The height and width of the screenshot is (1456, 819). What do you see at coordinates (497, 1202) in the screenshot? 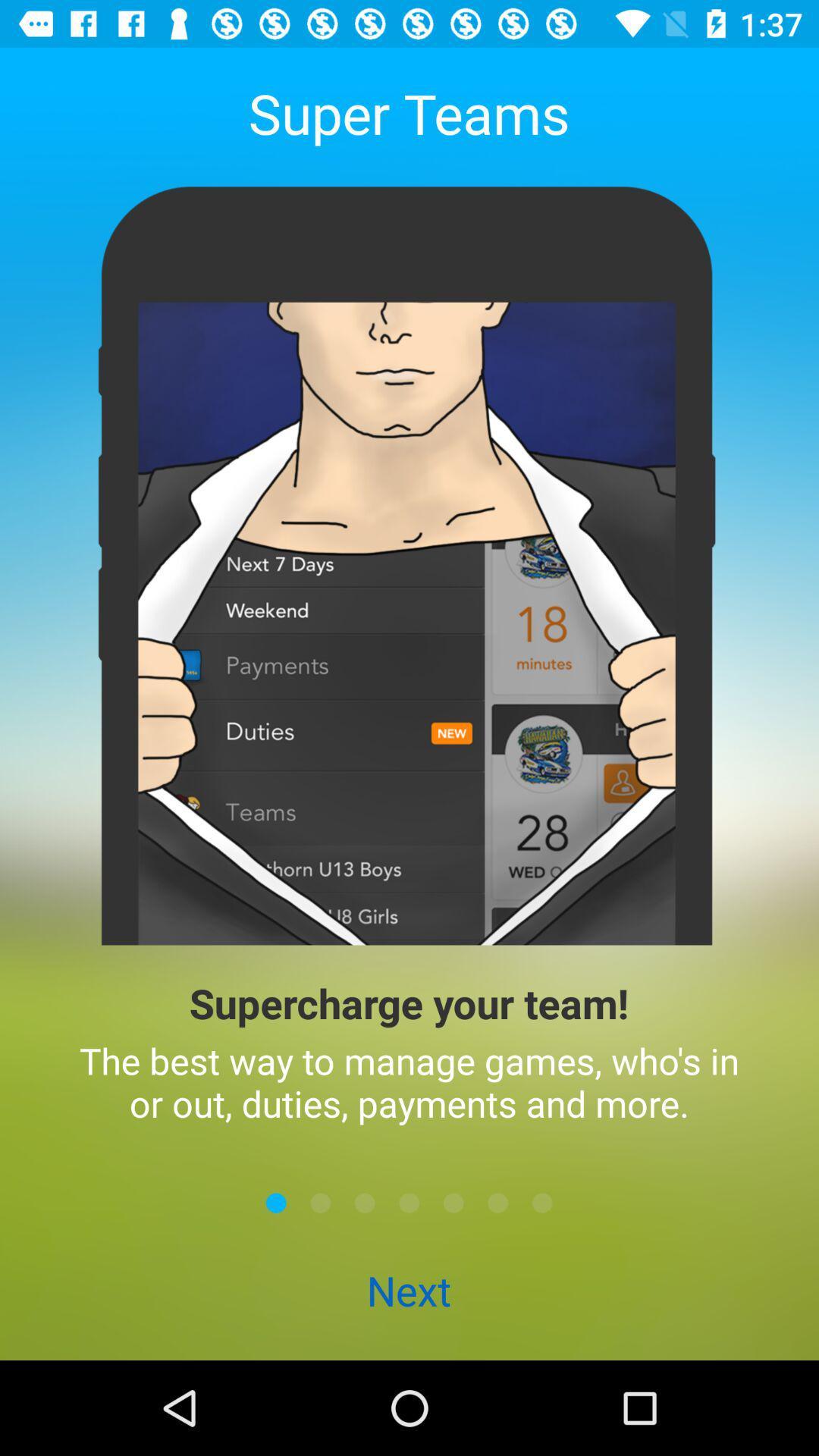
I see `skip 6 tabs` at bounding box center [497, 1202].